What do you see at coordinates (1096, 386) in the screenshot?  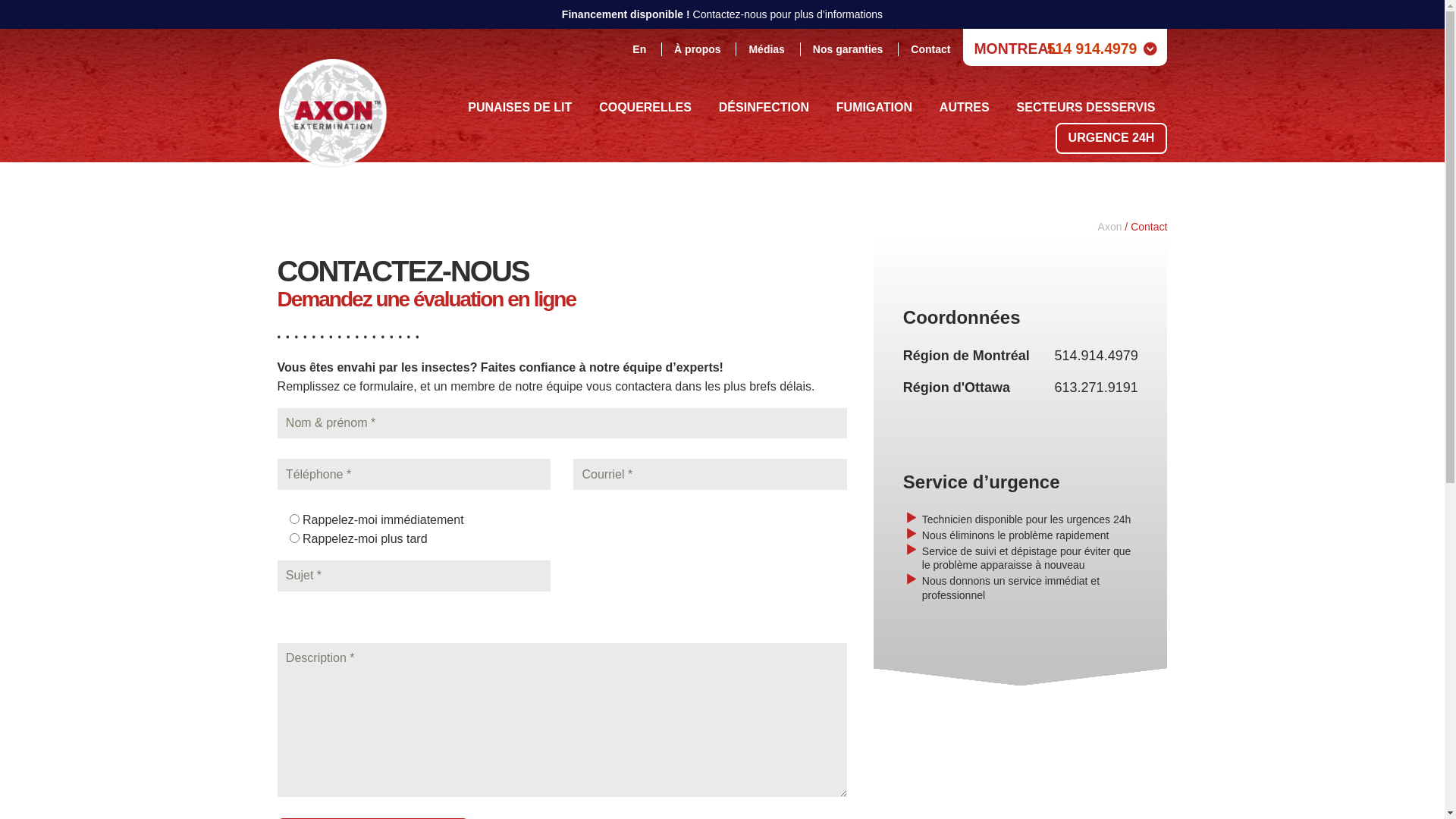 I see `'613.271.9191'` at bounding box center [1096, 386].